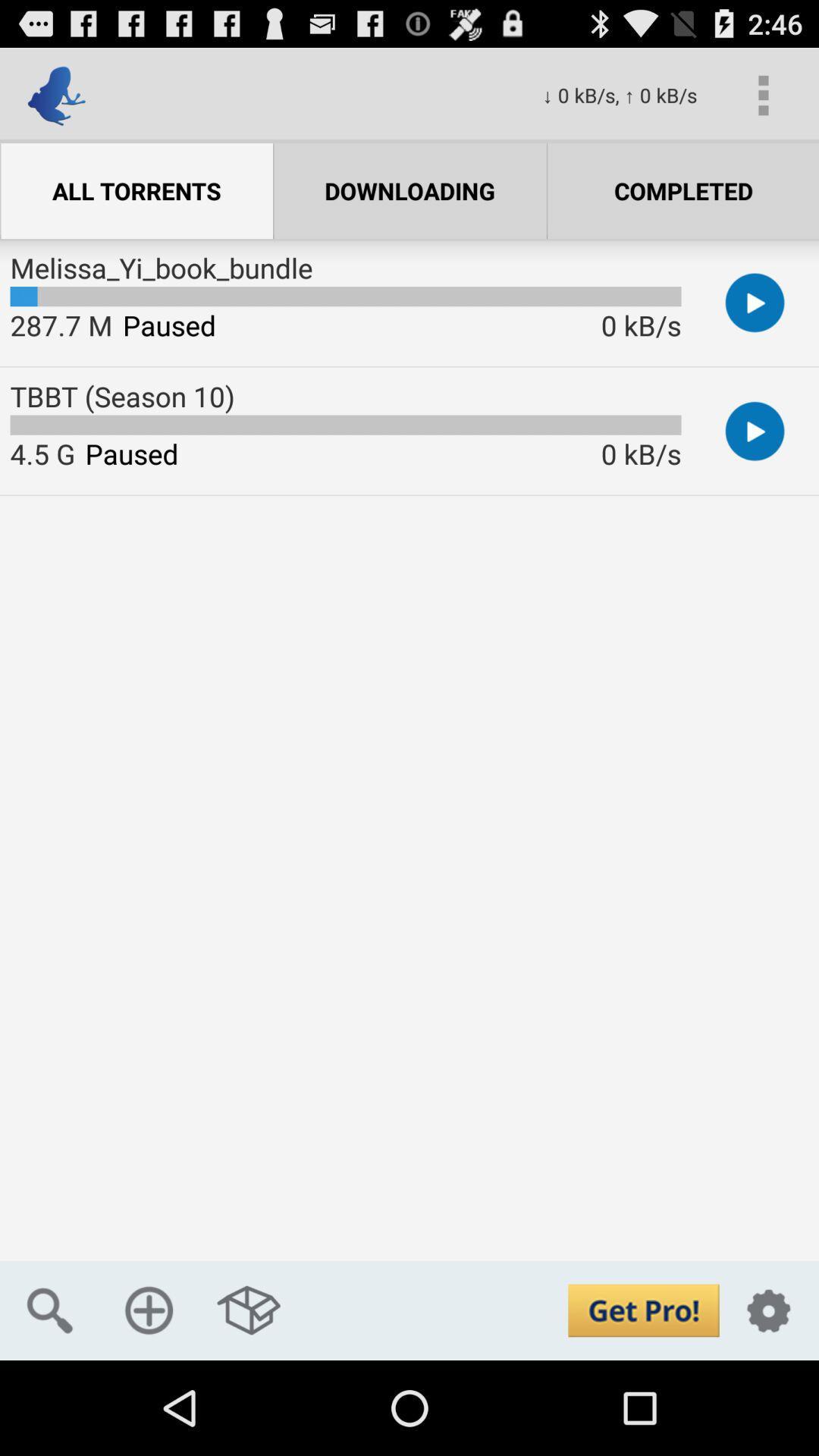 The width and height of the screenshot is (819, 1456). What do you see at coordinates (410, 190) in the screenshot?
I see `the button which is to the right side of the all torrents` at bounding box center [410, 190].